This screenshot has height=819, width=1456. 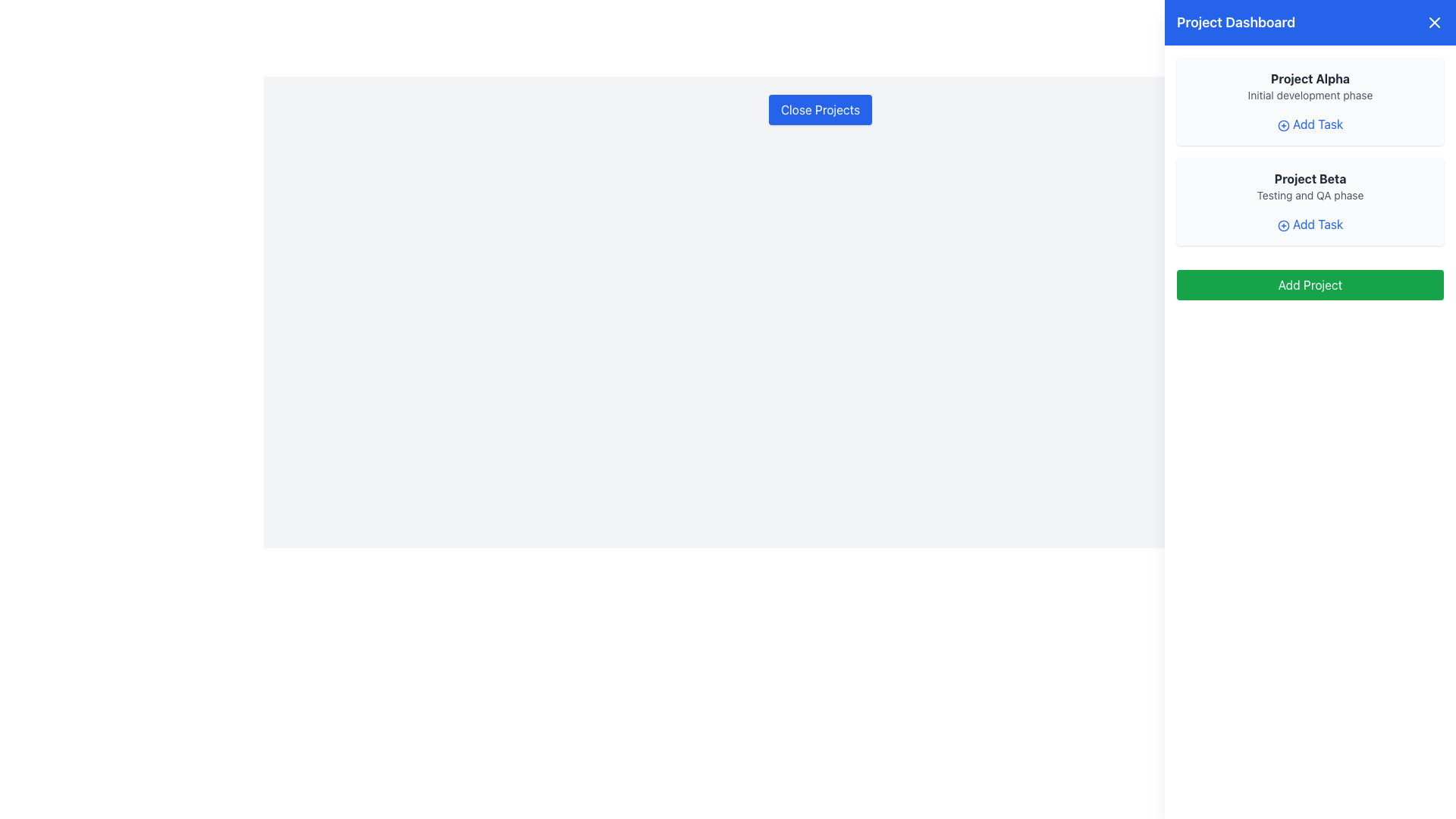 What do you see at coordinates (1310, 124) in the screenshot?
I see `the 'Add Task' button in the 'Project Alpha' section of the sidebar` at bounding box center [1310, 124].